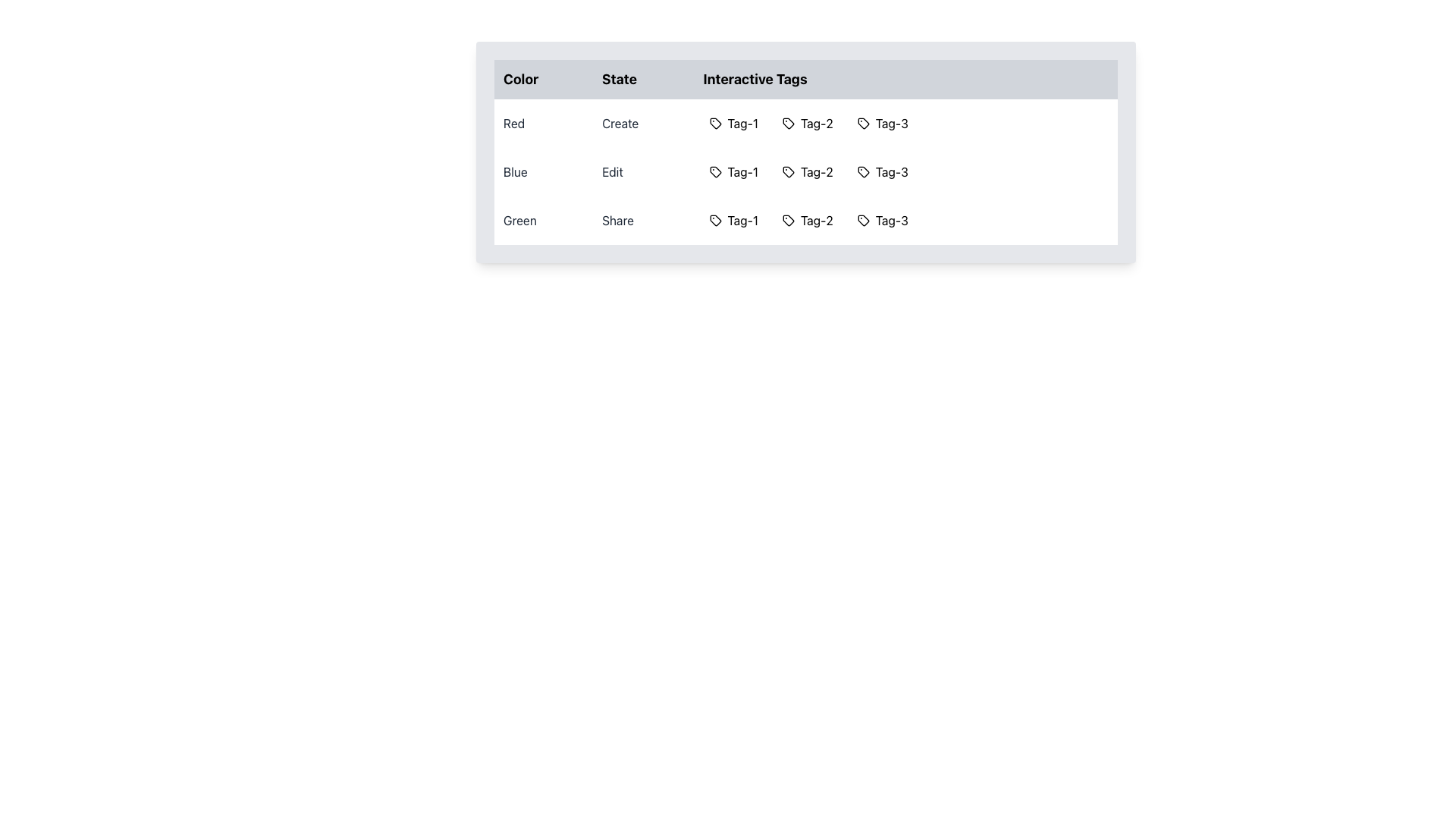 Image resolution: width=1456 pixels, height=819 pixels. Describe the element at coordinates (714, 220) in the screenshot. I see `the green tag icon located` at that location.